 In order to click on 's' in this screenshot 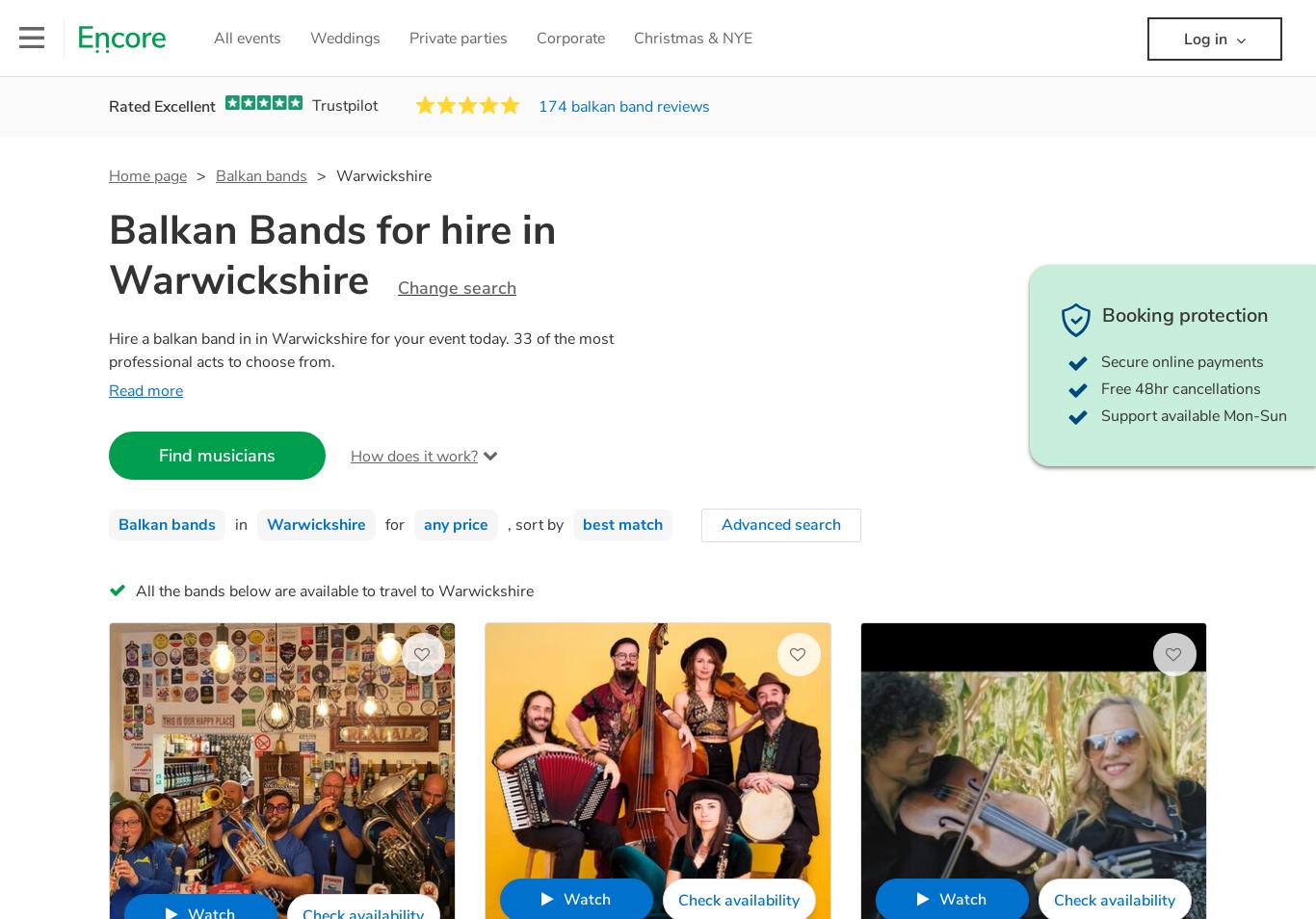, I will do `click(705, 106)`.